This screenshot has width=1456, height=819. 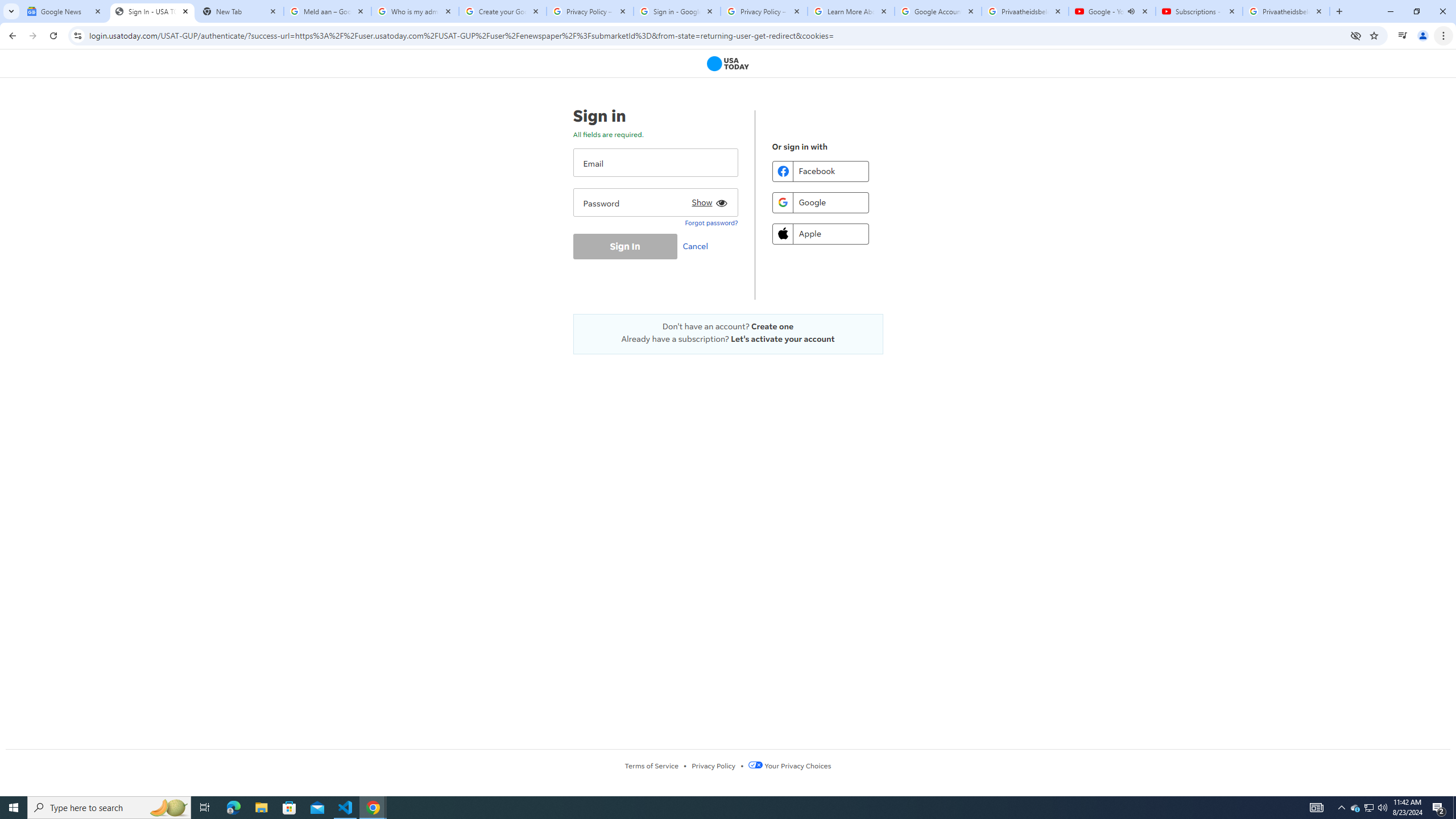 I want to click on 'Chrome', so click(x=1444, y=35).